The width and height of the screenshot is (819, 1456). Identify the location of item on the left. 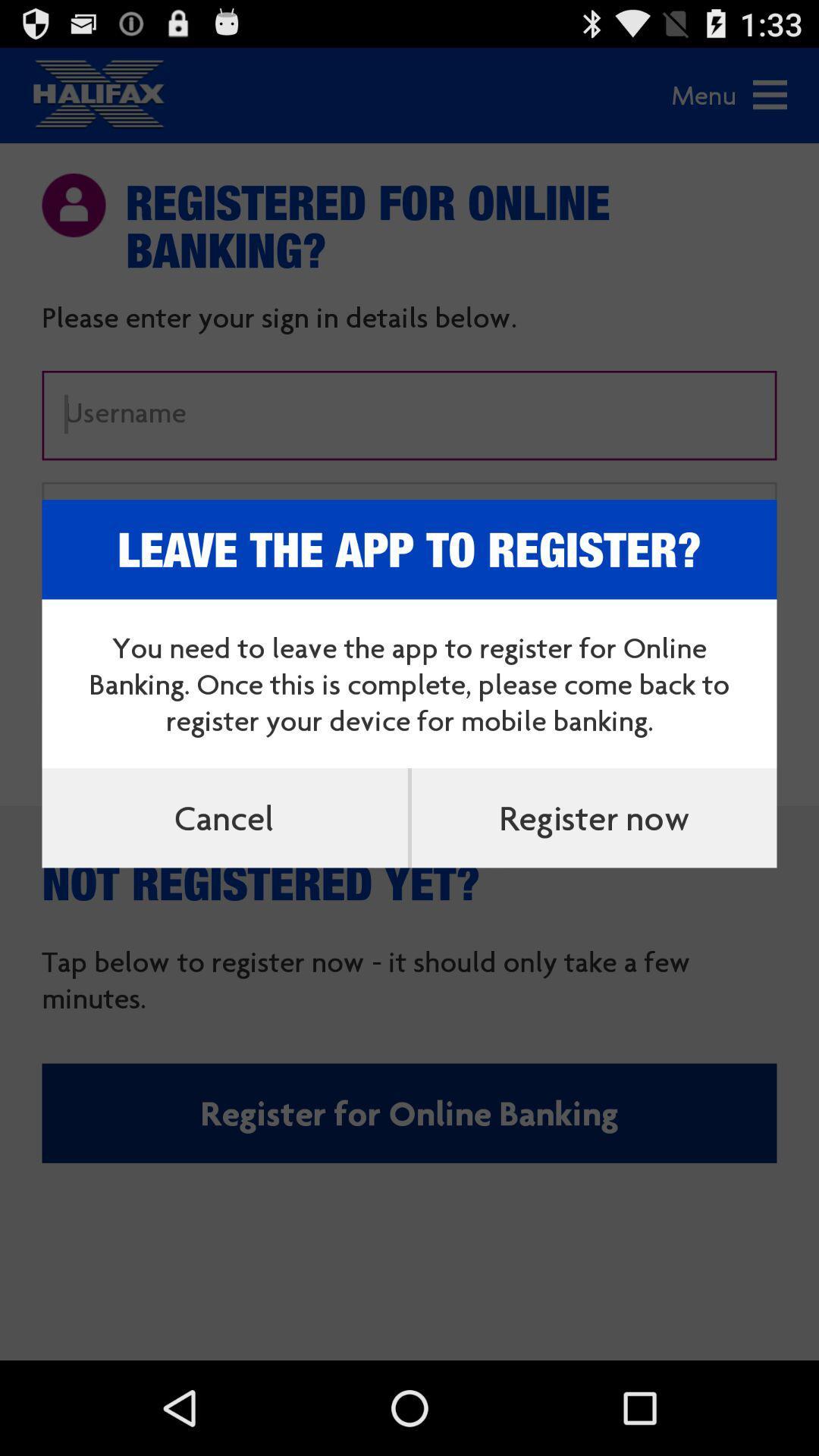
(224, 817).